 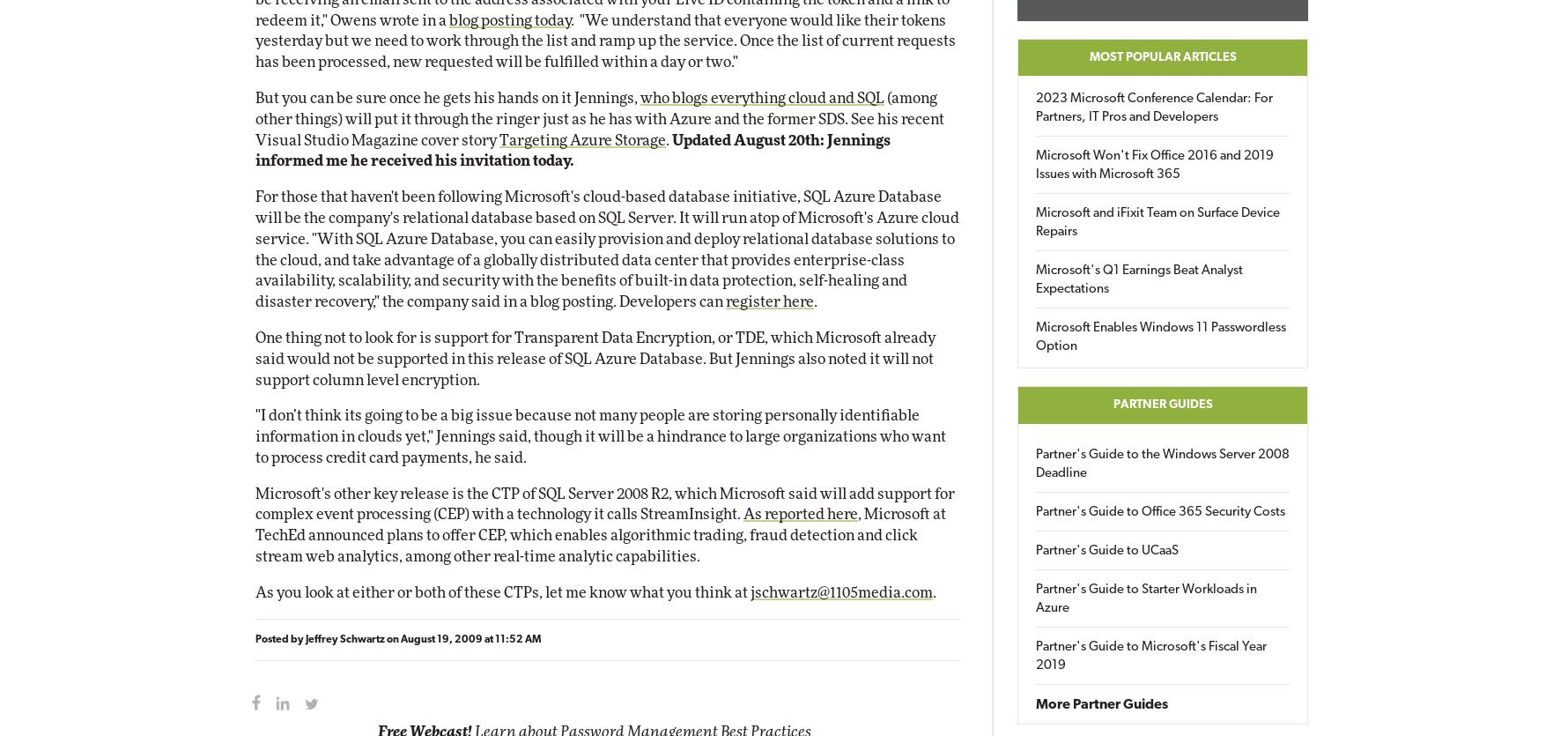 What do you see at coordinates (1159, 511) in the screenshot?
I see `'Partner's Guide to Office 365 Security Costs'` at bounding box center [1159, 511].